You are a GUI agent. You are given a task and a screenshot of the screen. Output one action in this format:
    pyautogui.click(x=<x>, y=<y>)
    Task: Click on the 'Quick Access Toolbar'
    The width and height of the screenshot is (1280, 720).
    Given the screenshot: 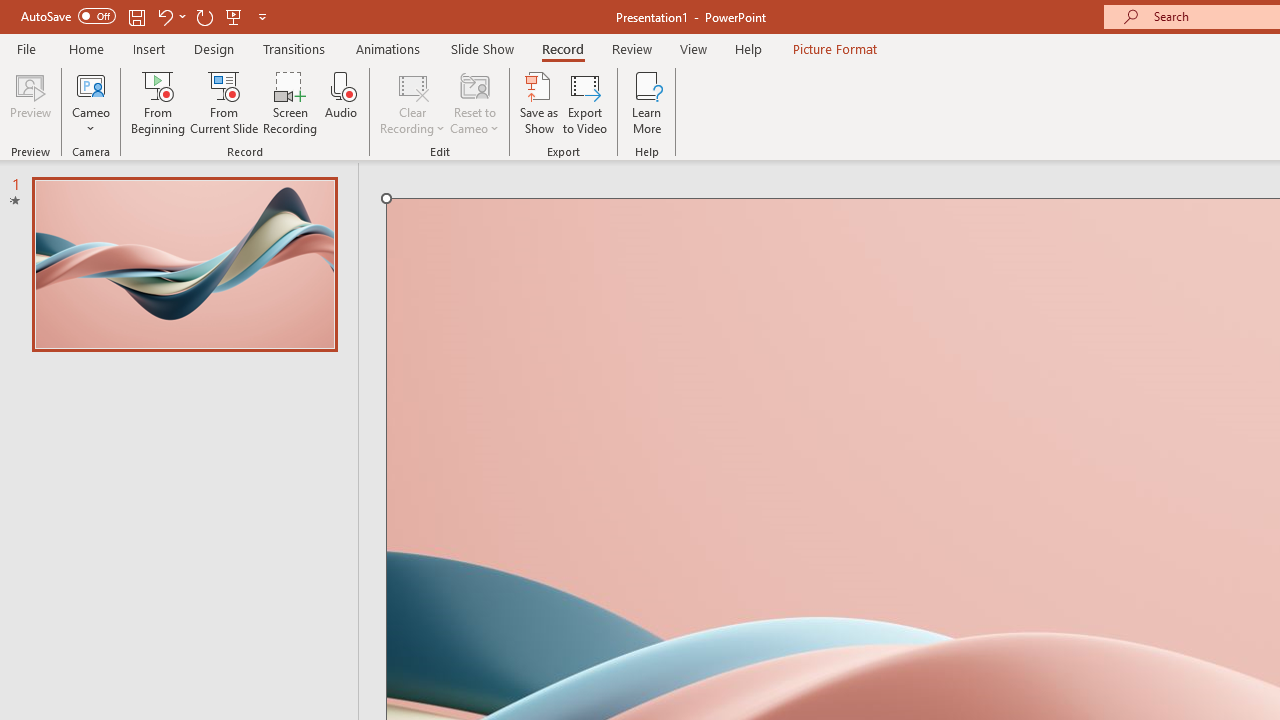 What is the action you would take?
    pyautogui.click(x=144, y=16)
    